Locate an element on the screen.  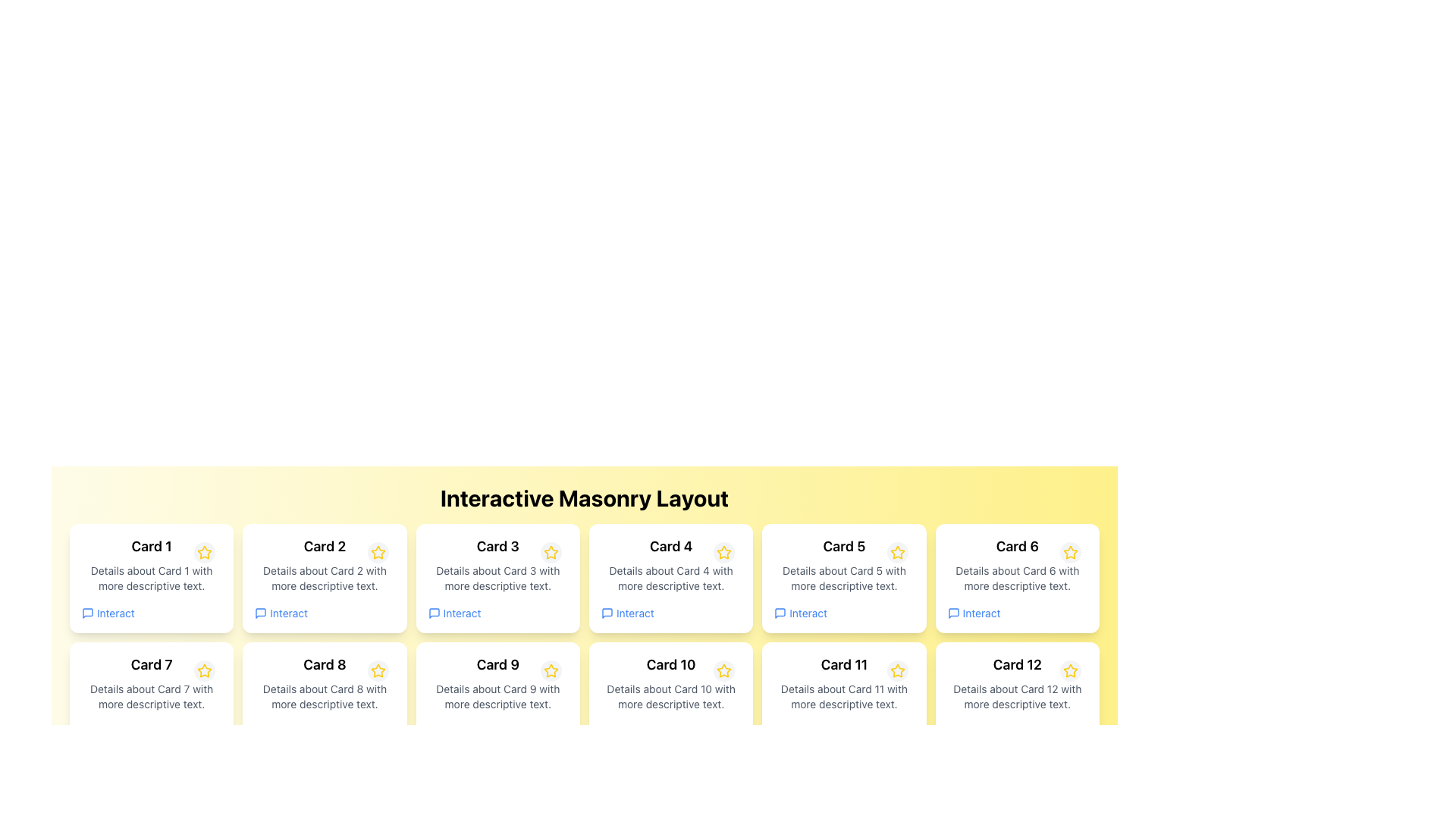
the star-shaped yellow button with a gray border located at the top-right corner of 'Card 9' is located at coordinates (550, 671).